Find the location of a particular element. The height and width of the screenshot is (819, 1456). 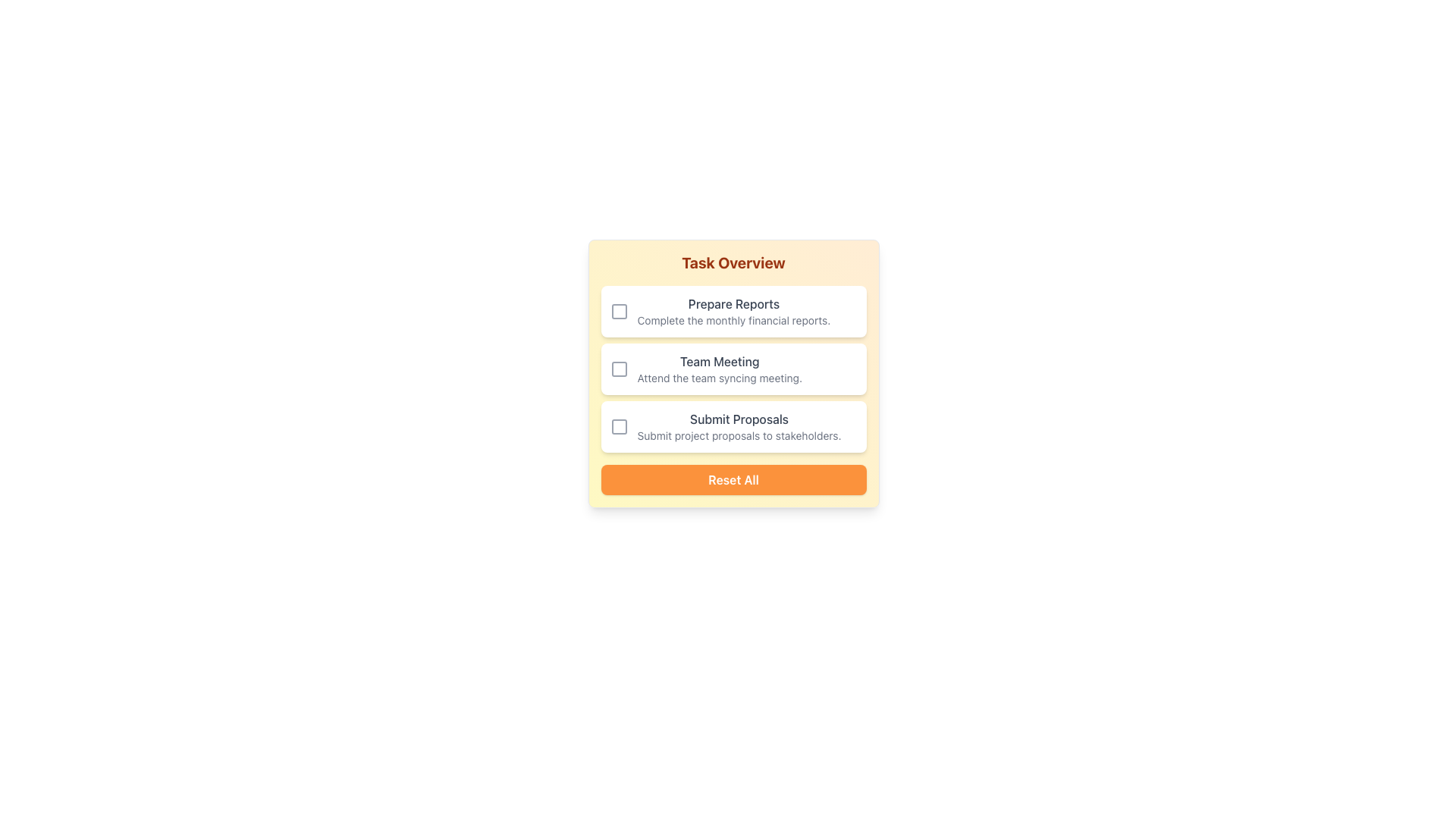

the small square checkbox located to the left of the label 'Submit Proposals' is located at coordinates (619, 427).